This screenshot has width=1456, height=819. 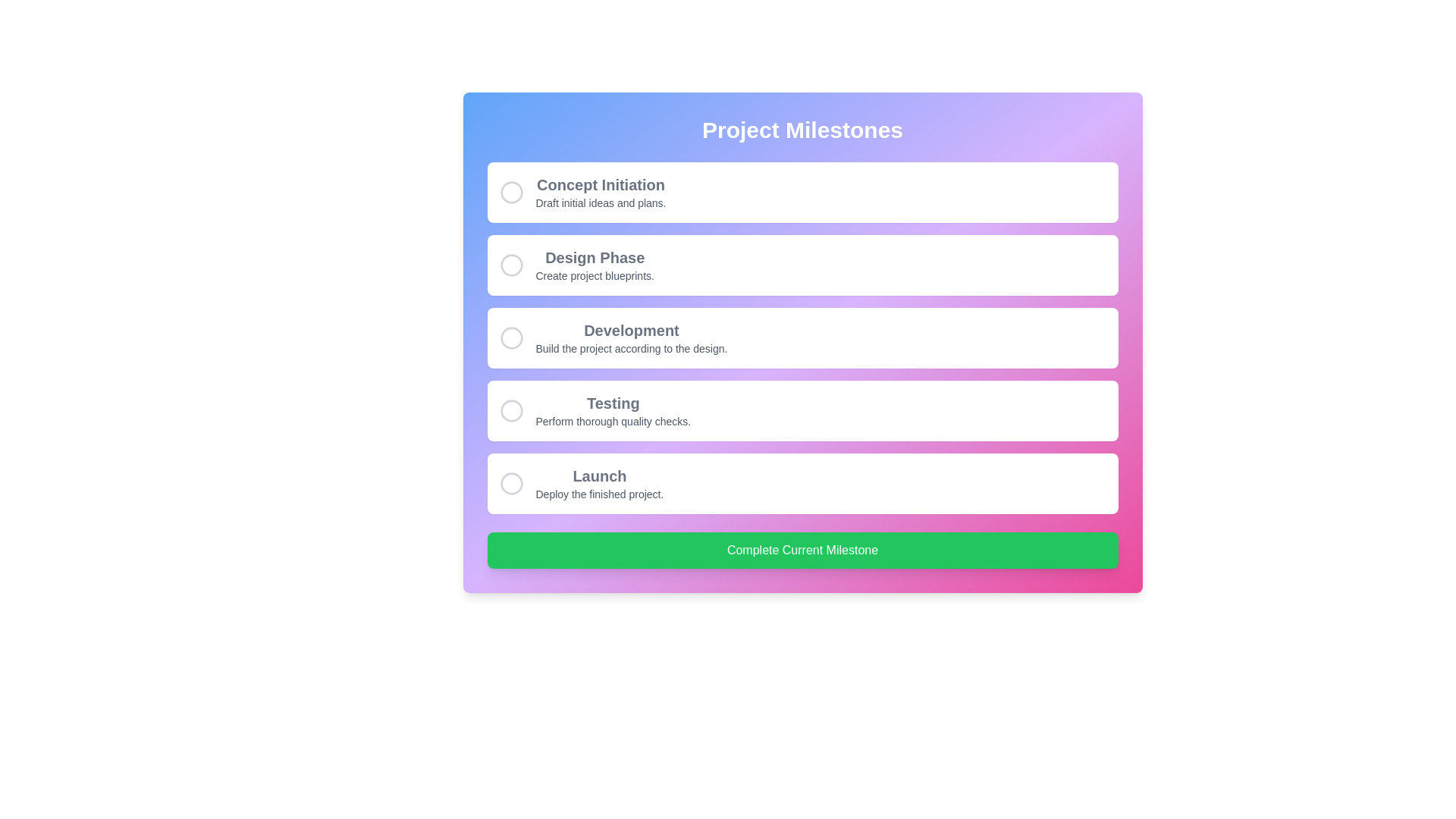 I want to click on the SVG Circle element located immediately to the left of the 'Concept Initiation' milestone, which features a light gray outline, so click(x=511, y=192).